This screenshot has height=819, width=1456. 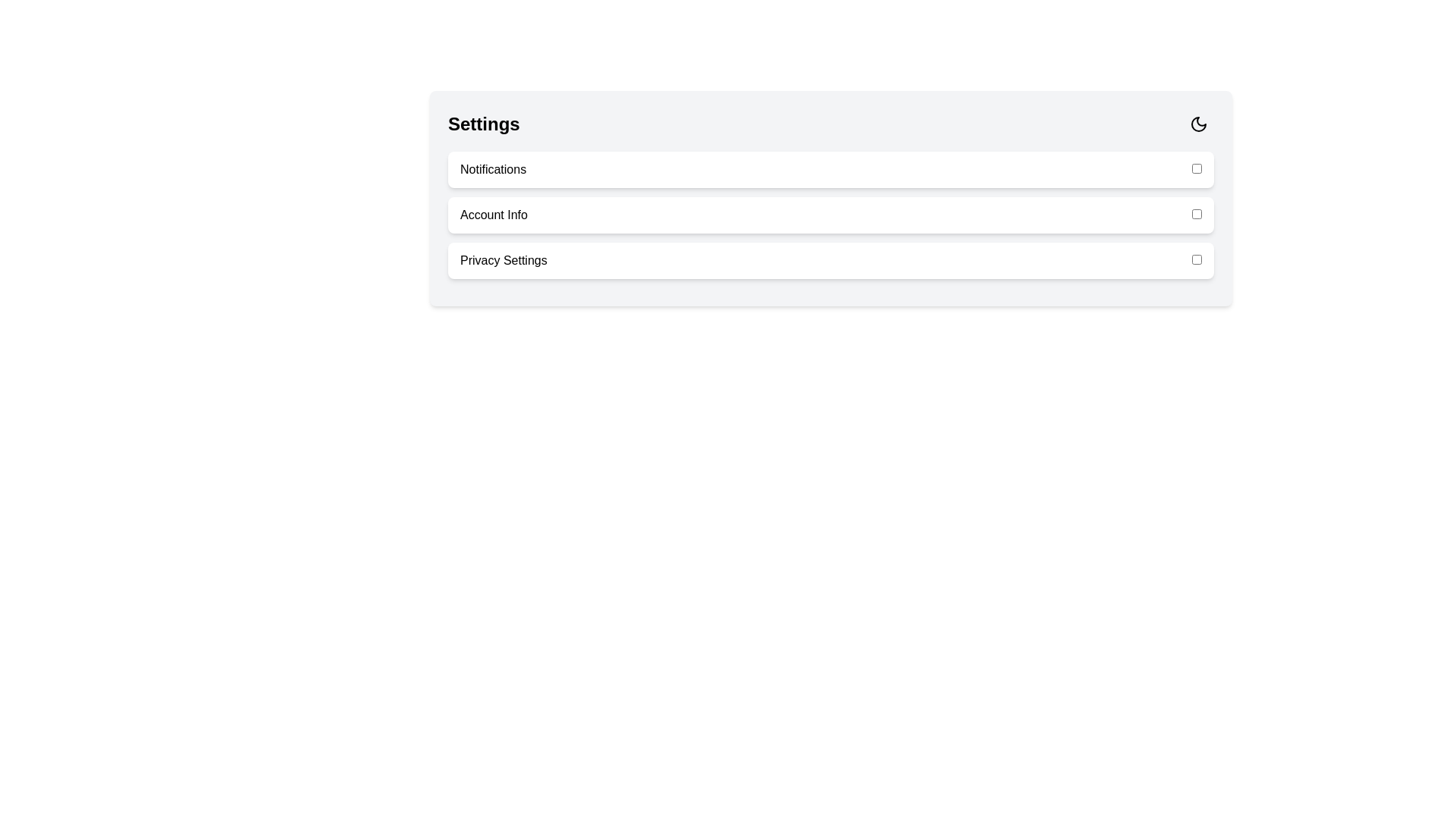 What do you see at coordinates (1196, 259) in the screenshot?
I see `the checkbox corresponding to 'Privacy Settings' to toggle its state` at bounding box center [1196, 259].